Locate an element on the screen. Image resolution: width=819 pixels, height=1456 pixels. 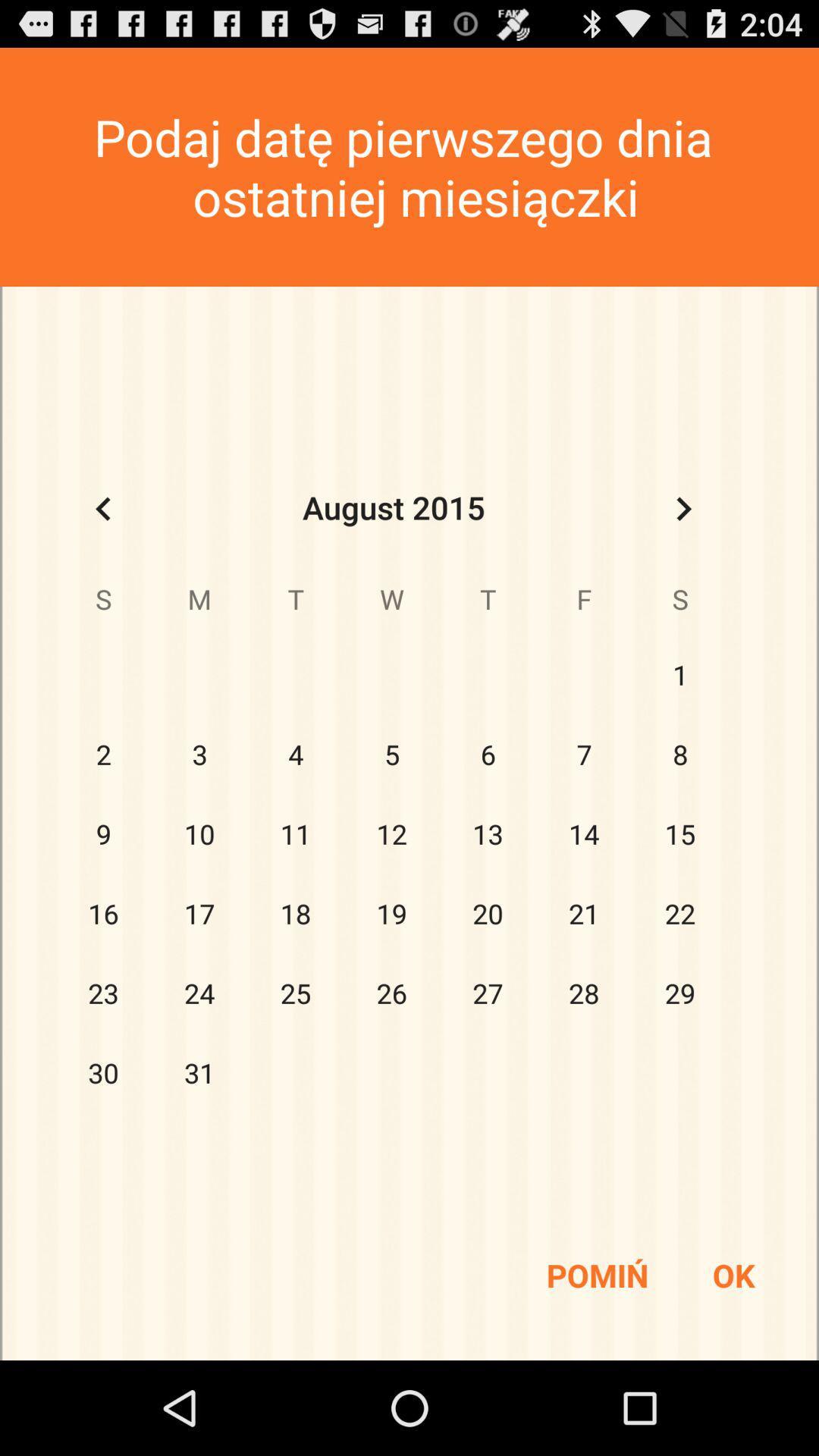
the arrow_backward icon is located at coordinates (102, 544).